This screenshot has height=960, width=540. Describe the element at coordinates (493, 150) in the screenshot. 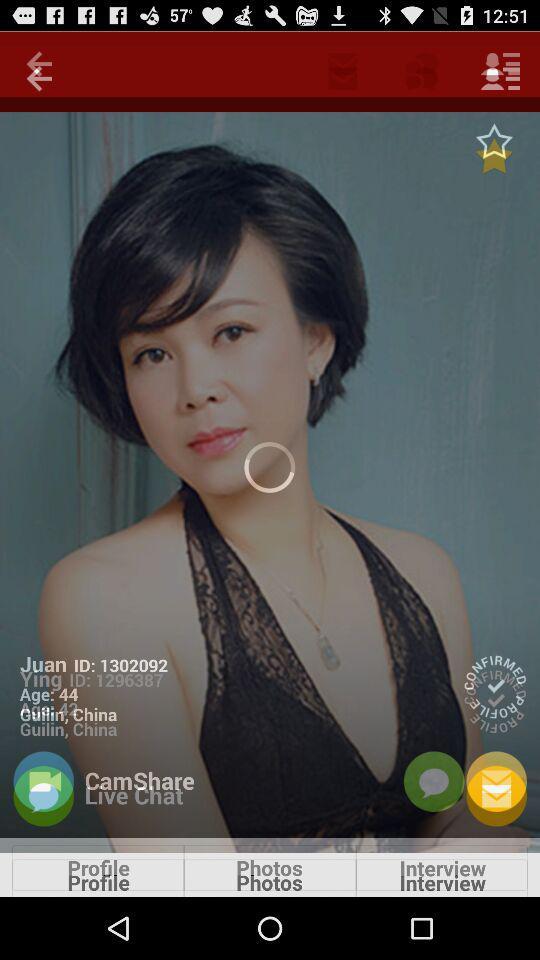

I see `the star icon` at that location.